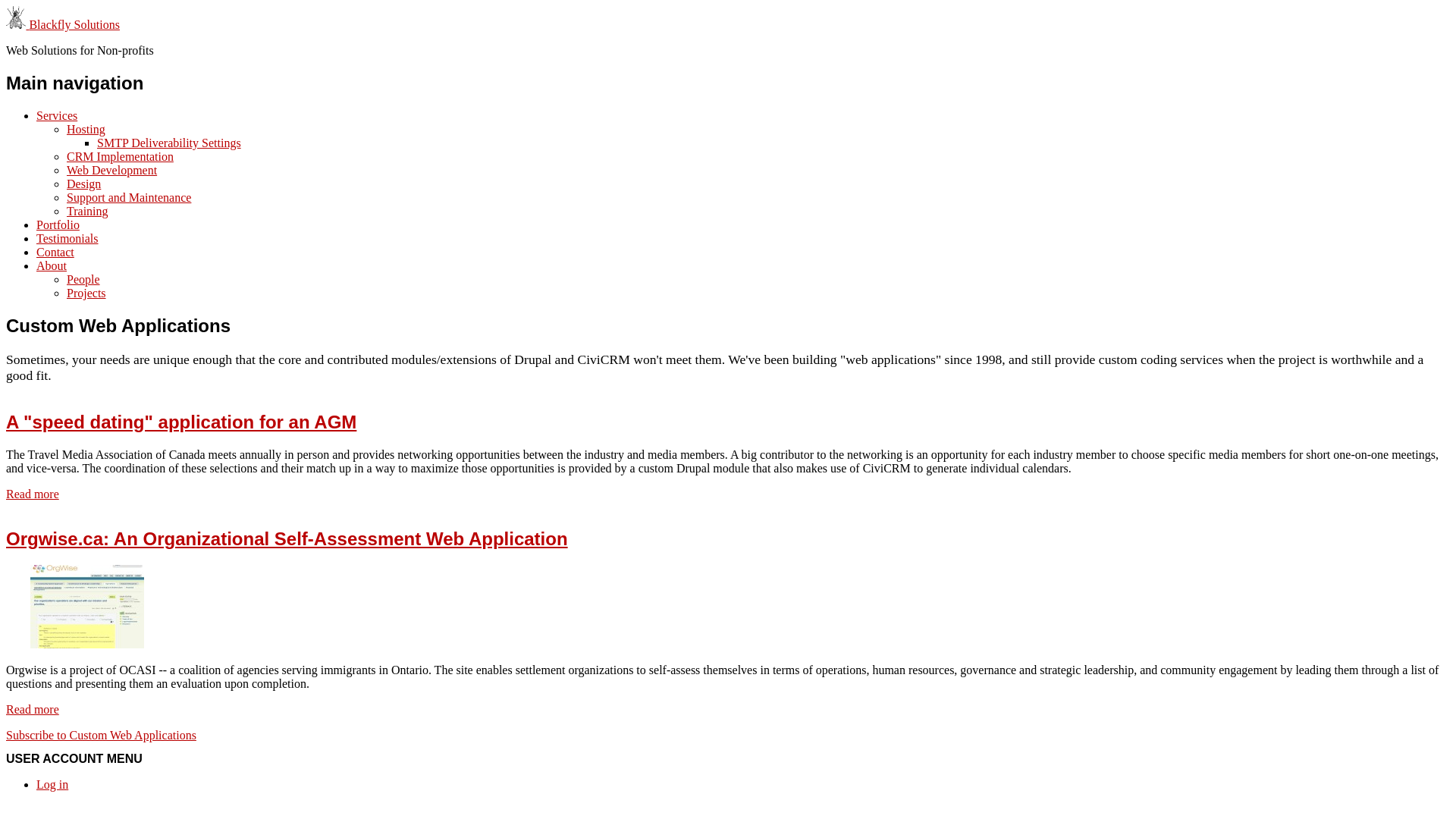 The height and width of the screenshot is (819, 1456). What do you see at coordinates (17, 24) in the screenshot?
I see `'Home'` at bounding box center [17, 24].